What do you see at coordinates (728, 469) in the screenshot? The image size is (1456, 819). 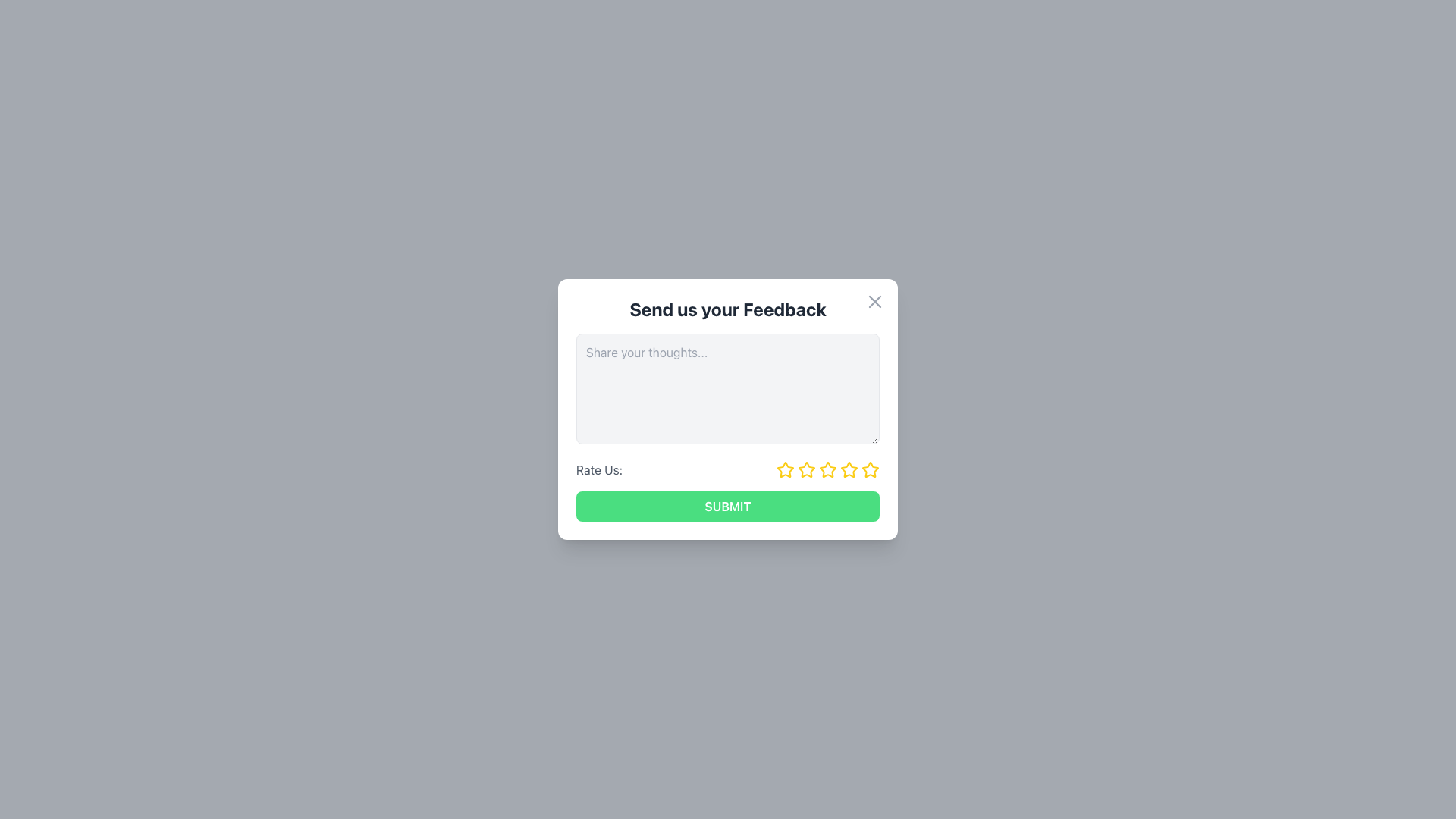 I see `one of the star icons in the Rating component located near the center of the modal window` at bounding box center [728, 469].